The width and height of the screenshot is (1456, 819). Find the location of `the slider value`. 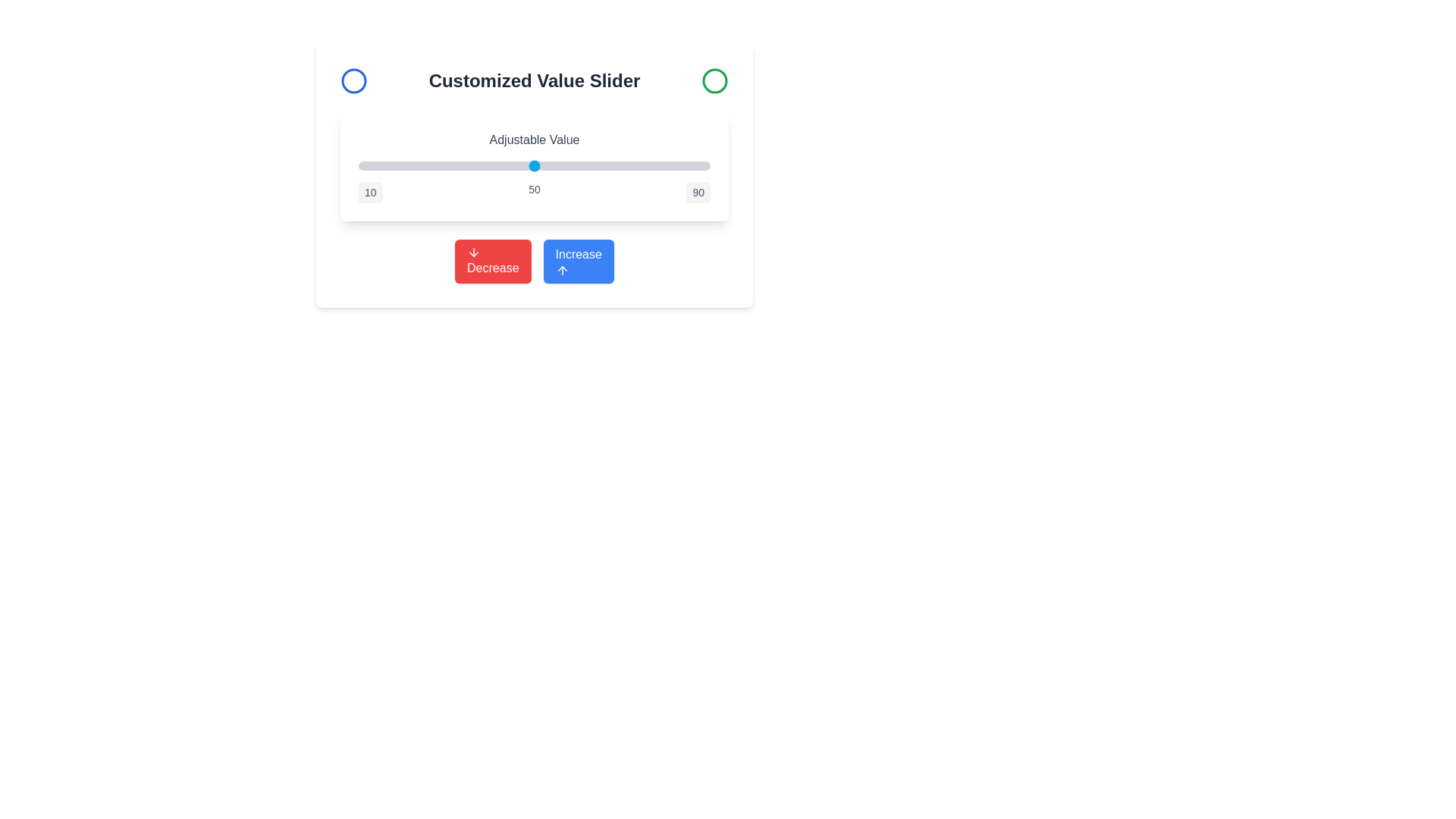

the slider value is located at coordinates (526, 166).